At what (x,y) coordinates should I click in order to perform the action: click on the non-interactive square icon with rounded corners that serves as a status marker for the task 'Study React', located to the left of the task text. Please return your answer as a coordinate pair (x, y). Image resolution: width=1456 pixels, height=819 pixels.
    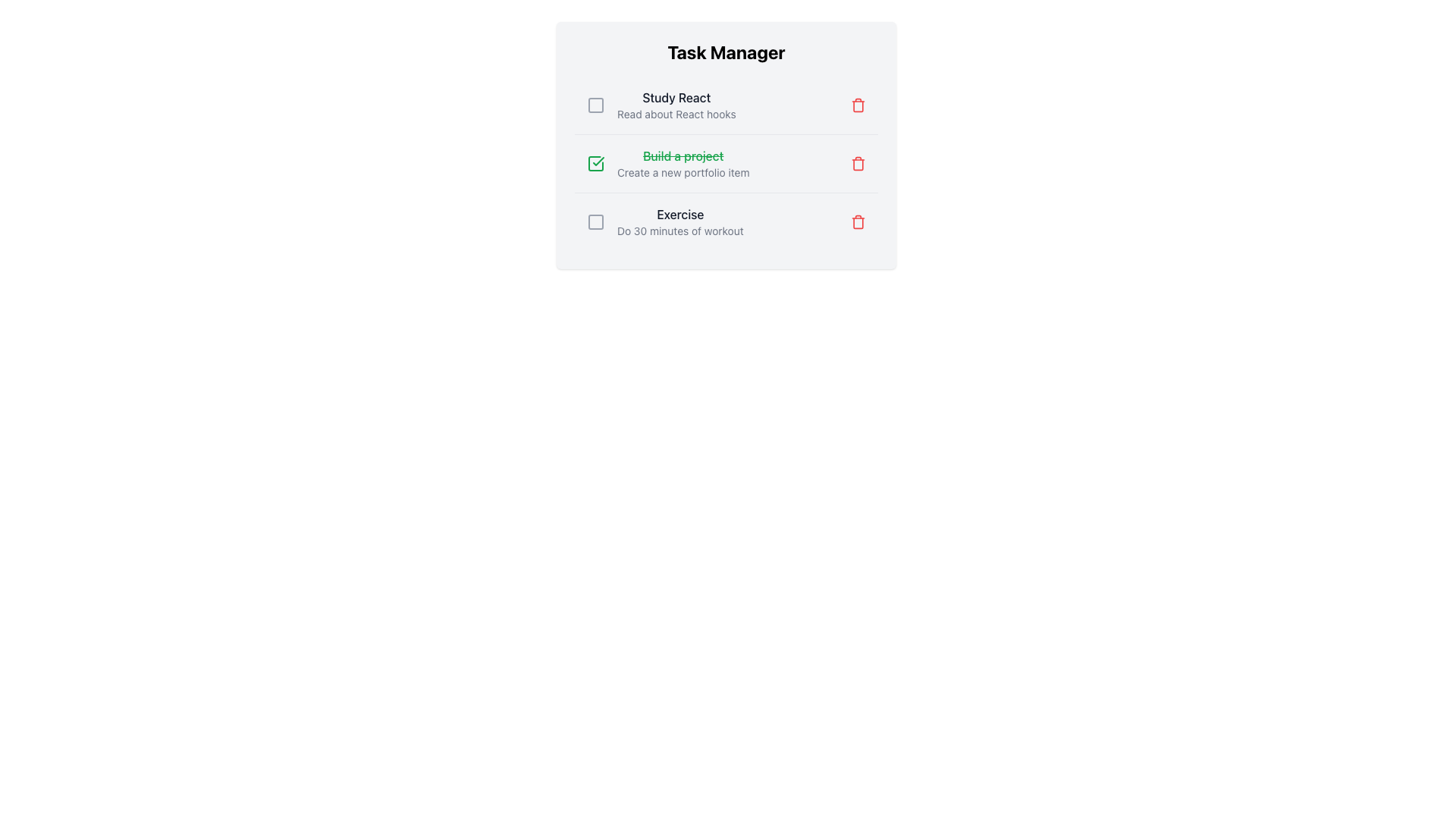
    Looking at the image, I should click on (595, 104).